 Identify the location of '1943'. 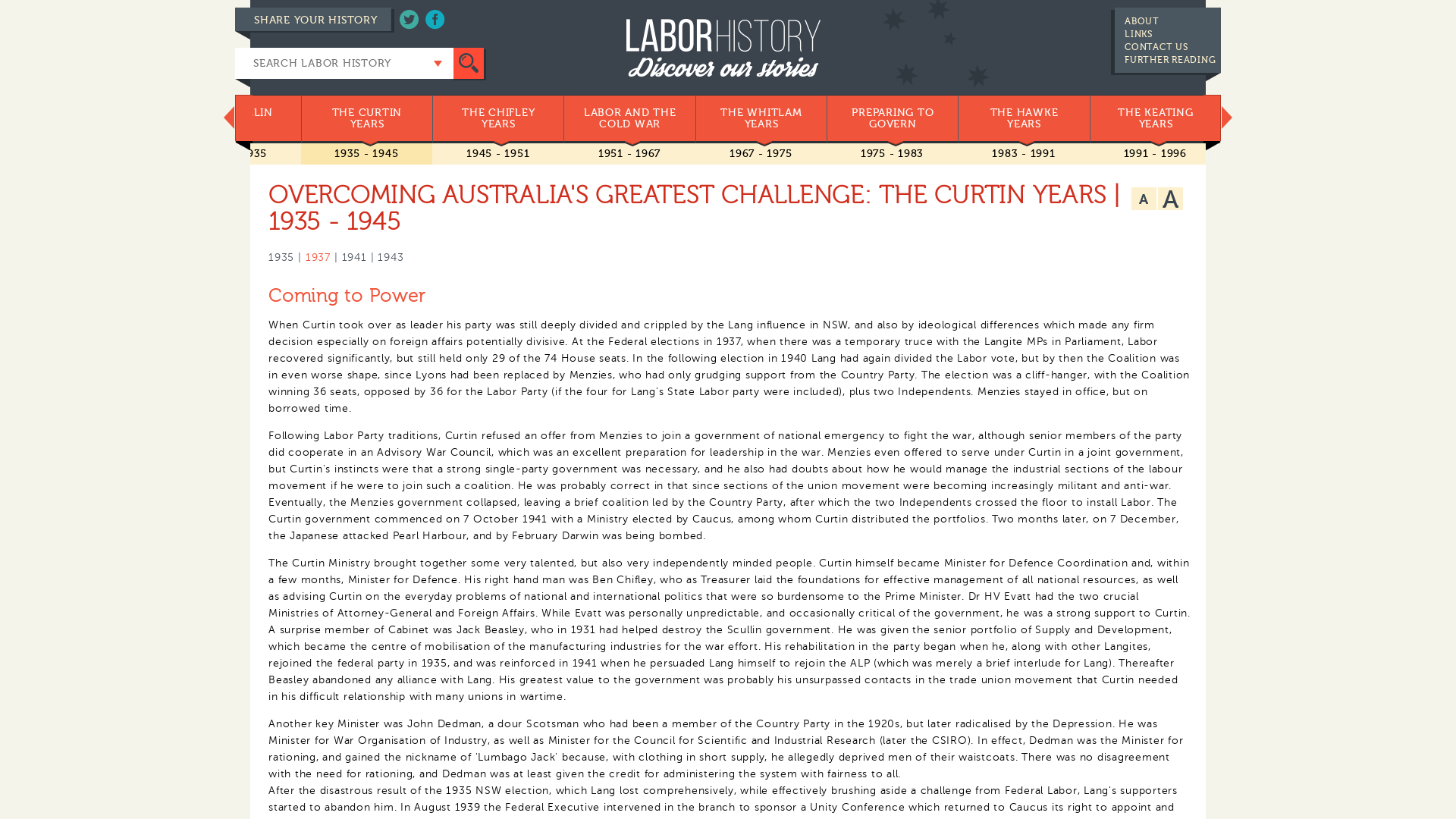
(378, 256).